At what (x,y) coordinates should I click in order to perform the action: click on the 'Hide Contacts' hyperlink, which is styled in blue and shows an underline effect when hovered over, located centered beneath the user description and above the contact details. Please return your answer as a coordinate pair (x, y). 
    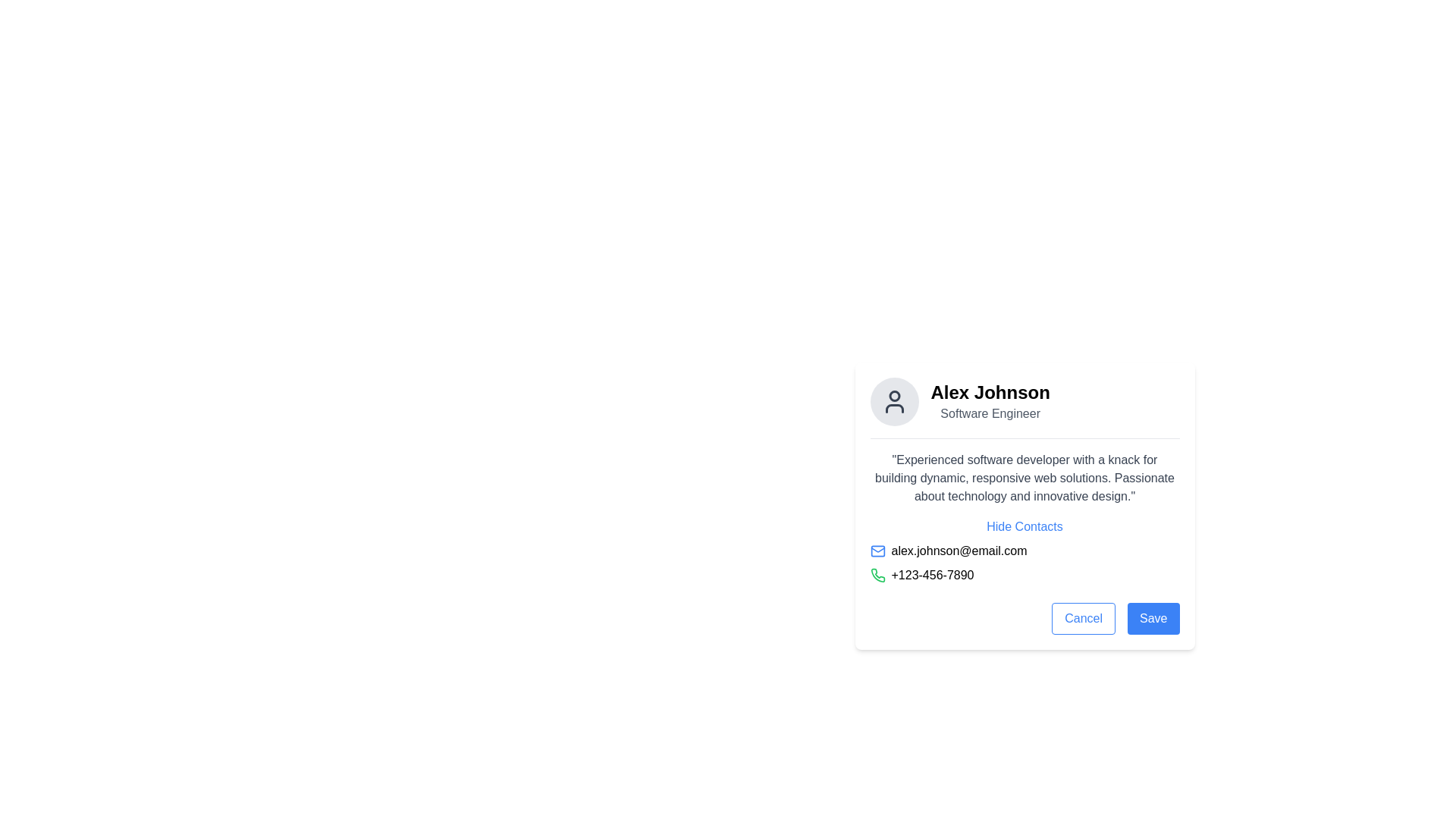
    Looking at the image, I should click on (1025, 526).